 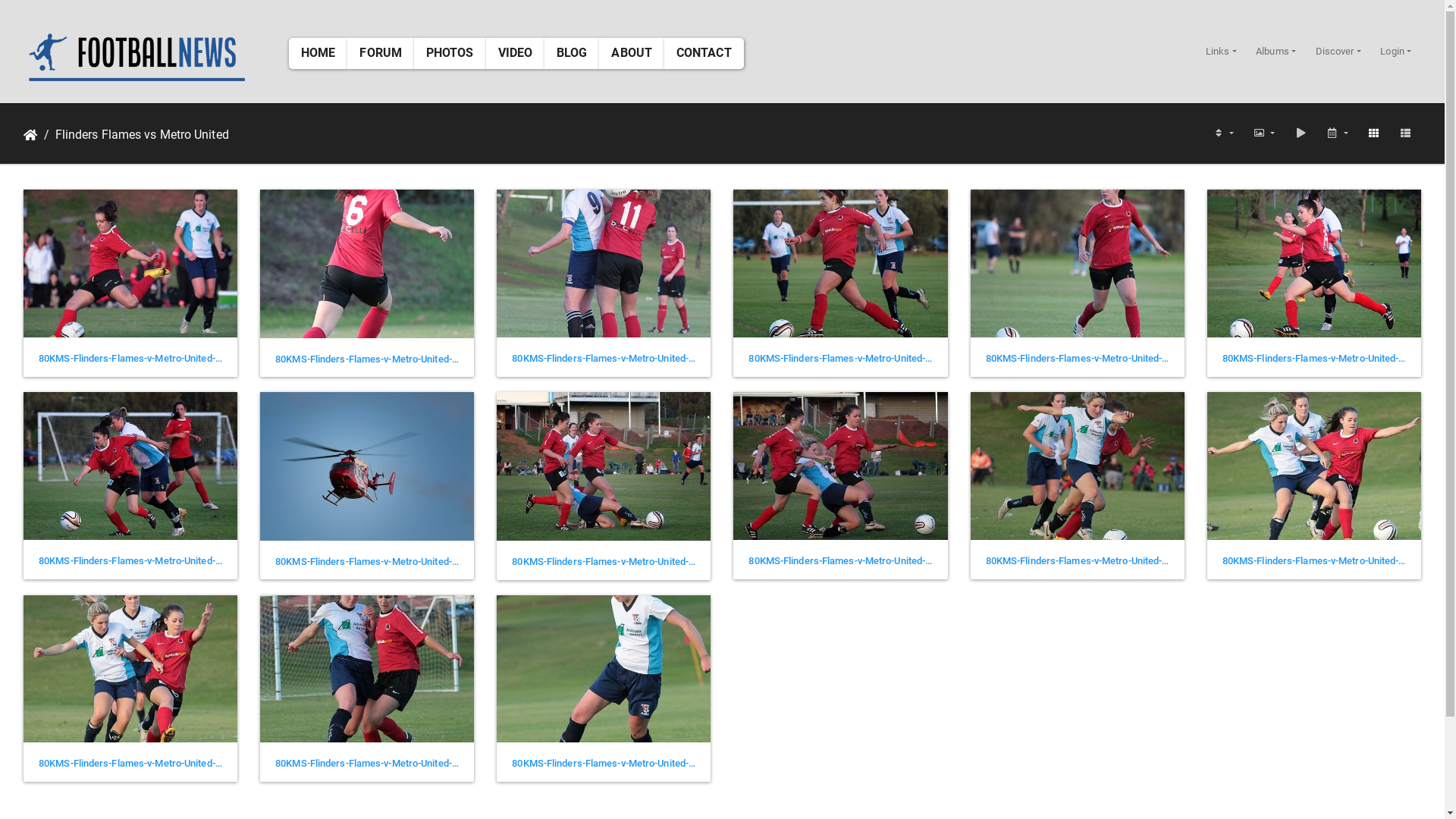 I want to click on 'Calendar', so click(x=1336, y=133).